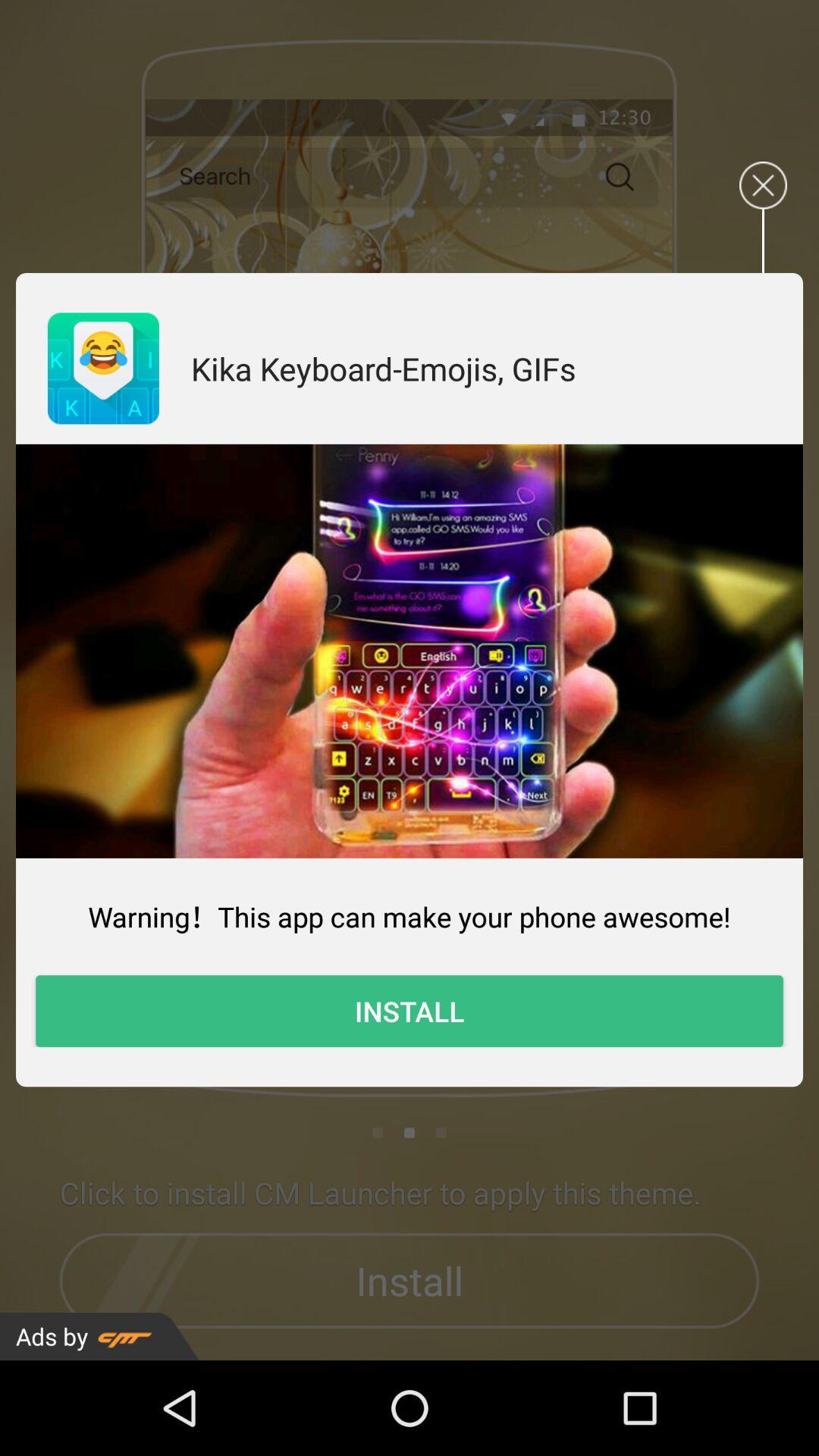 The image size is (819, 1456). I want to click on the emoji icon, so click(102, 394).